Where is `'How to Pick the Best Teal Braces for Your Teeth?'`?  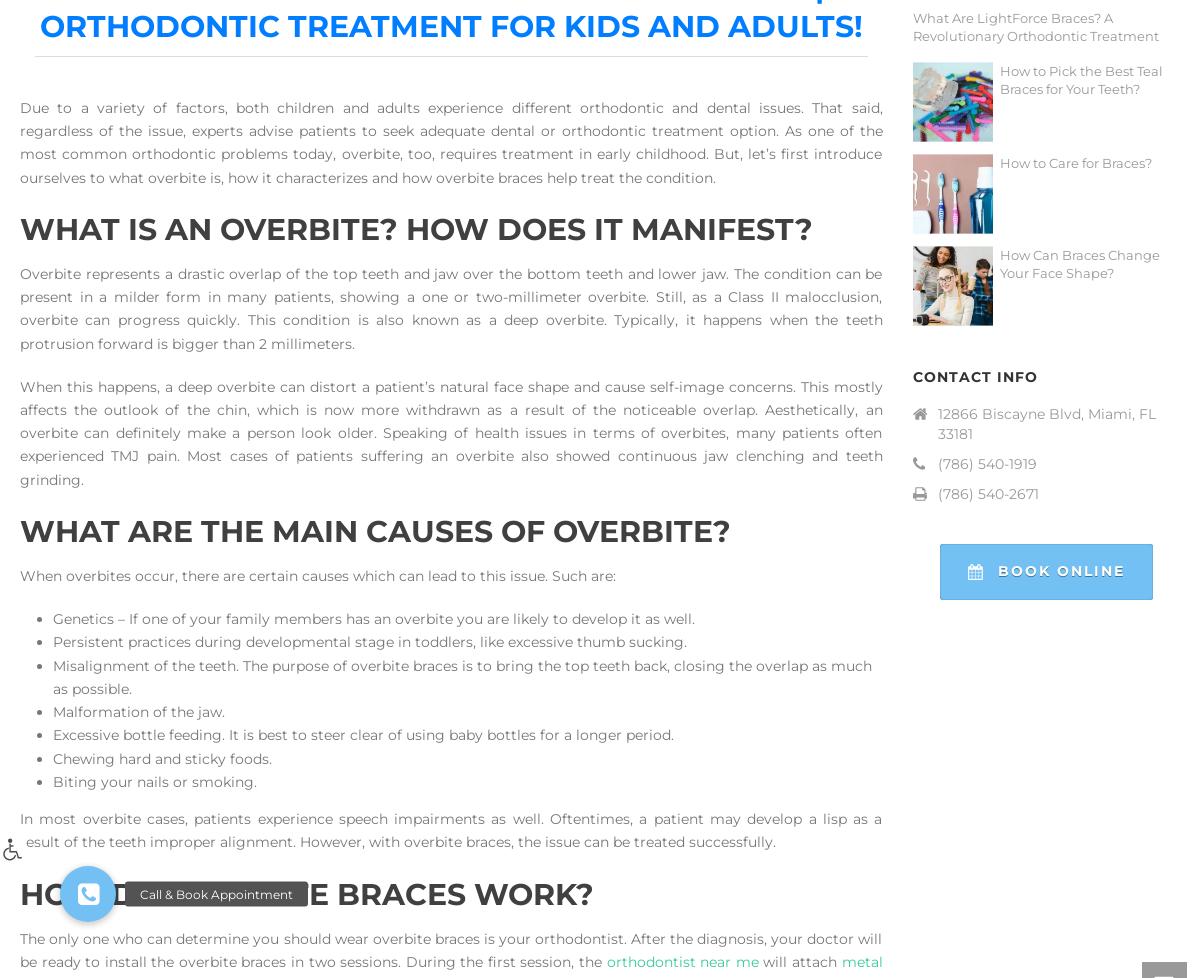 'How to Pick the Best Teal Braces for Your Teeth?' is located at coordinates (1079, 79).